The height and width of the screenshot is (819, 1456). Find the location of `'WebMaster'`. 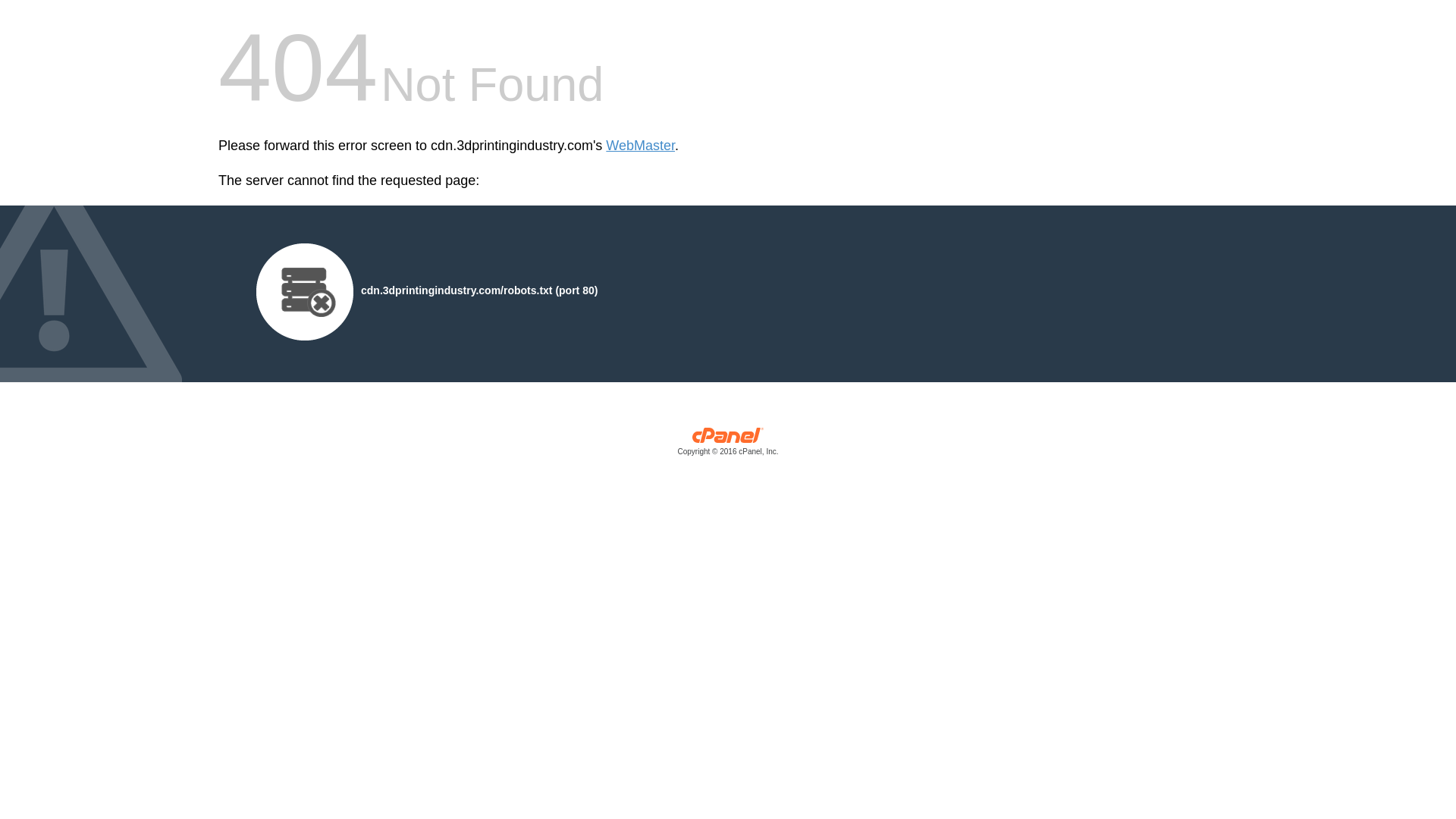

'WebMaster' is located at coordinates (604, 146).